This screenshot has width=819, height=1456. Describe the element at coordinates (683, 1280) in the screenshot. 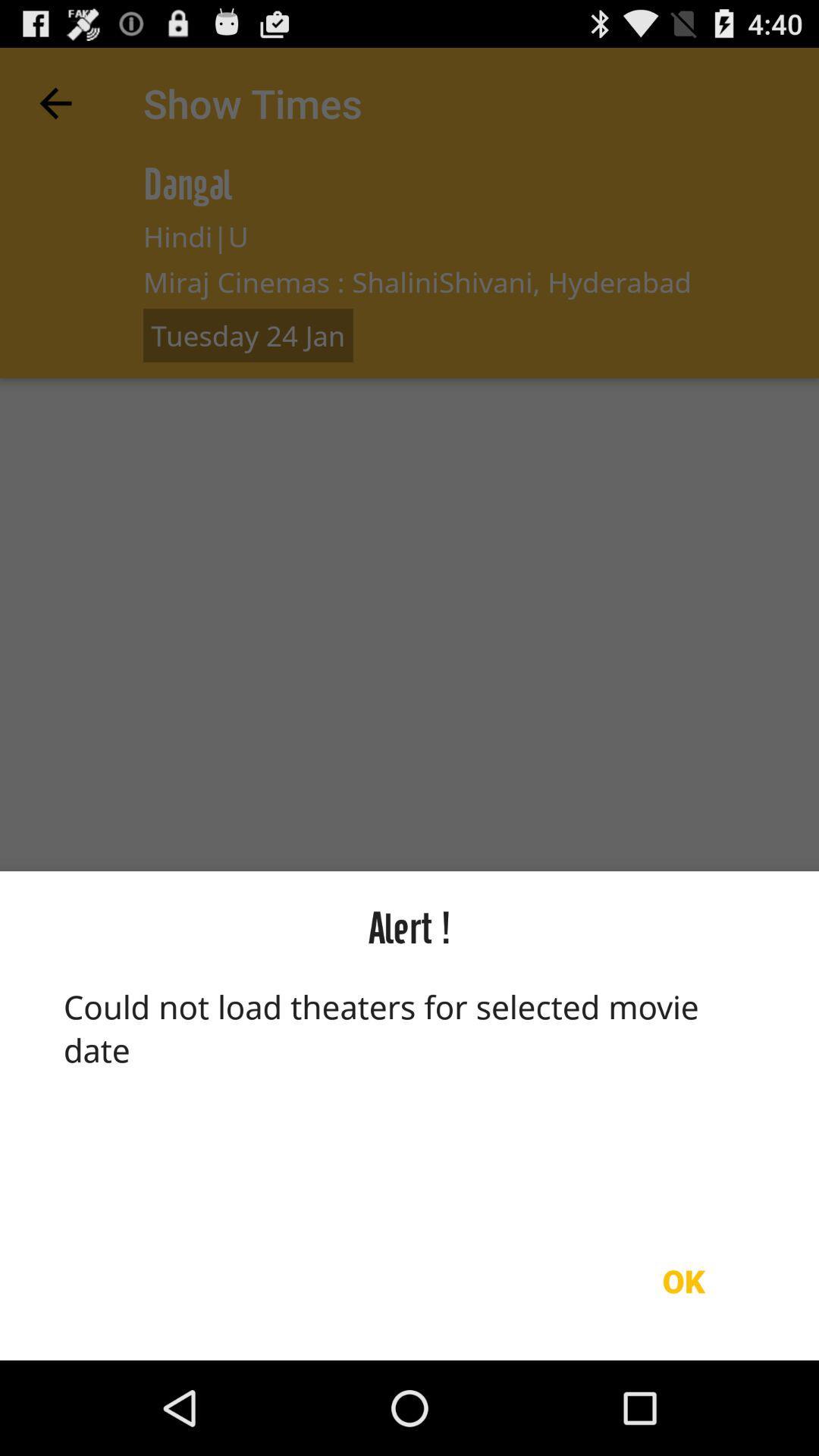

I see `icon below could not load icon` at that location.